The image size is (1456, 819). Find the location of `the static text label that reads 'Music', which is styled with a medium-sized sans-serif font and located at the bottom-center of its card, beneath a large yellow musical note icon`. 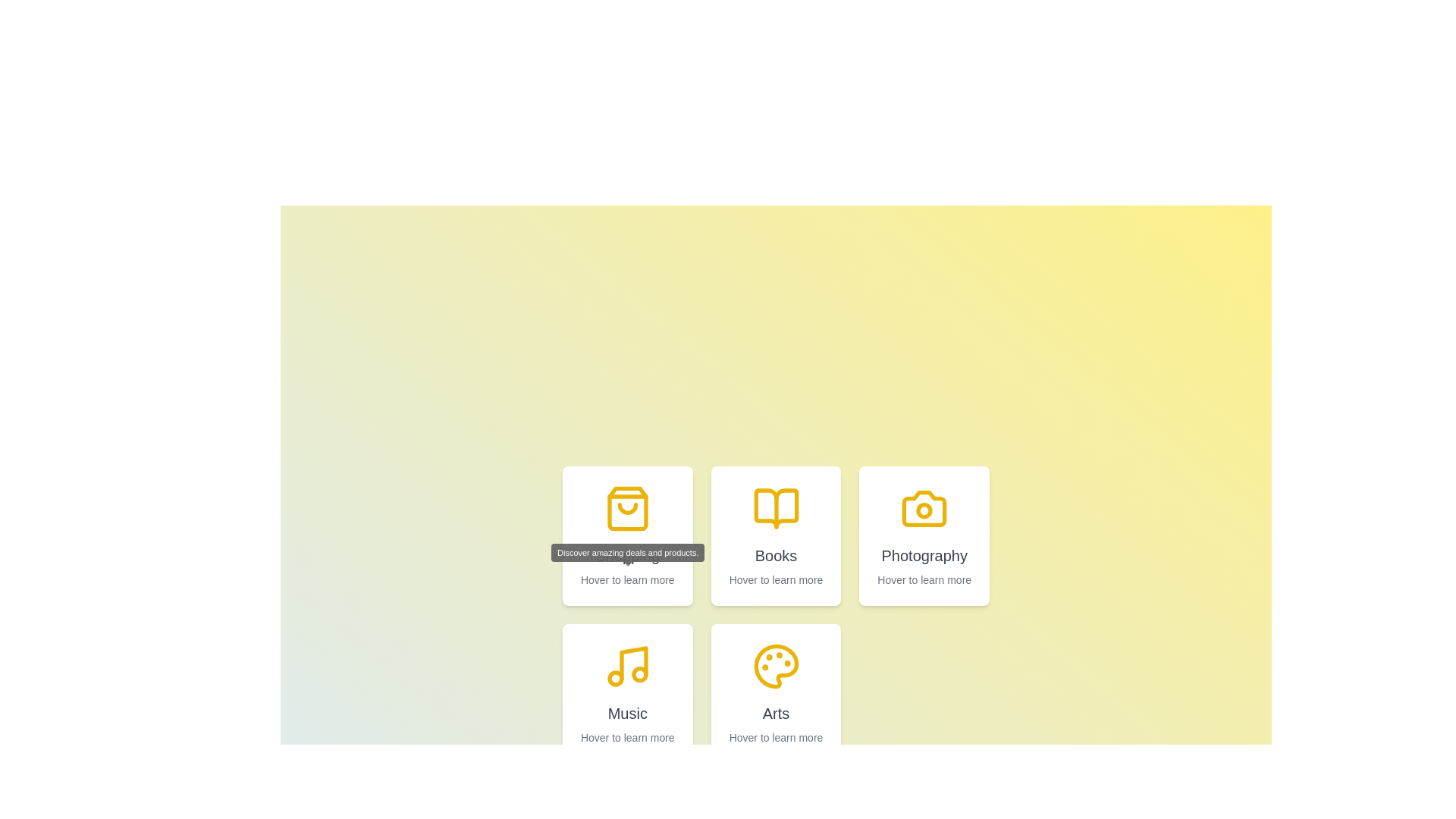

the static text label that reads 'Music', which is styled with a medium-sized sans-serif font and located at the bottom-center of its card, beneath a large yellow musical note icon is located at coordinates (627, 714).